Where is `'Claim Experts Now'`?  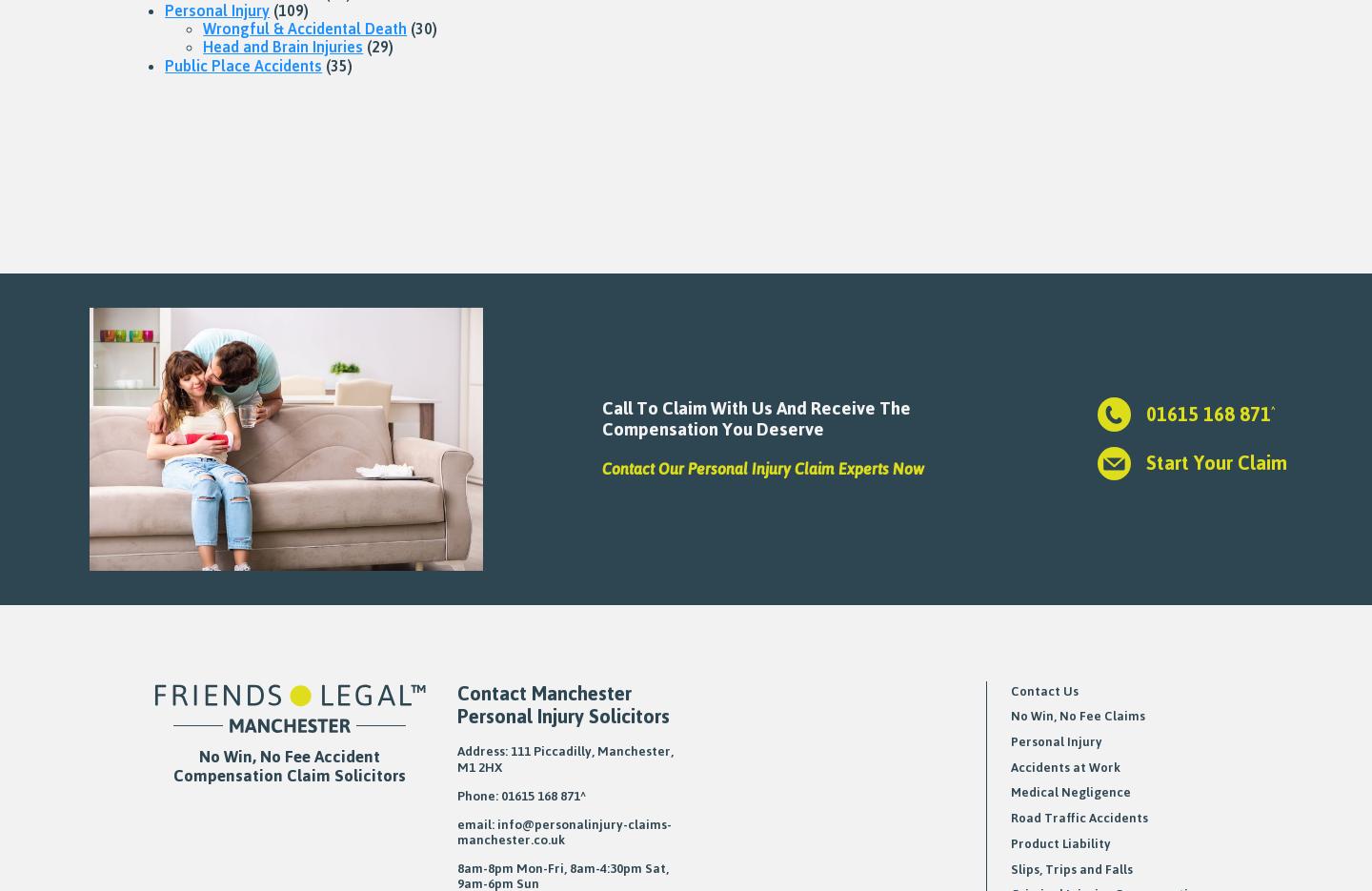
'Claim Experts Now' is located at coordinates (855, 467).